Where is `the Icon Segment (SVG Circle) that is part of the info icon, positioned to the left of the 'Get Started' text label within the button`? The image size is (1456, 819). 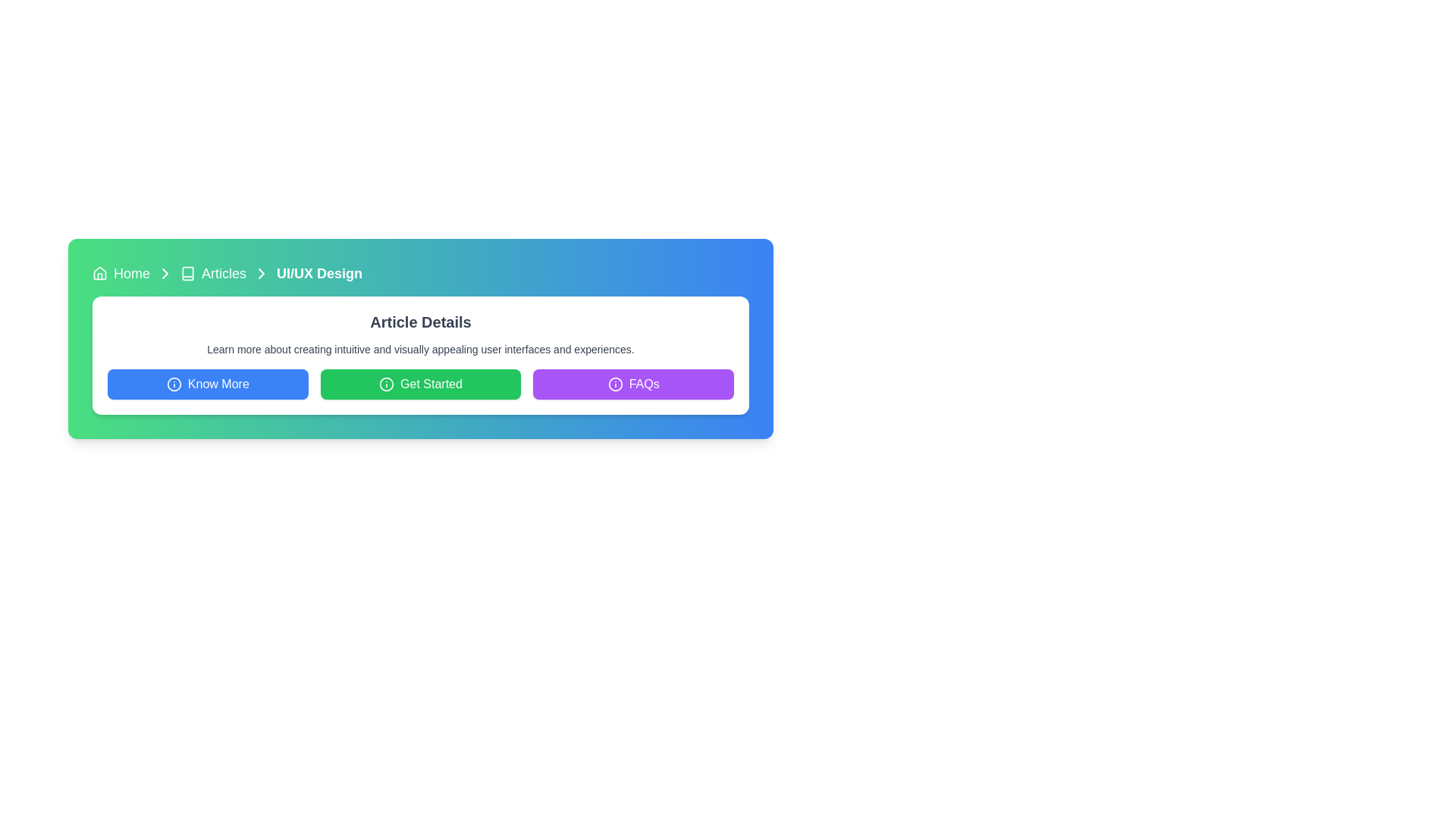
the Icon Segment (SVG Circle) that is part of the info icon, positioned to the left of the 'Get Started' text label within the button is located at coordinates (615, 383).